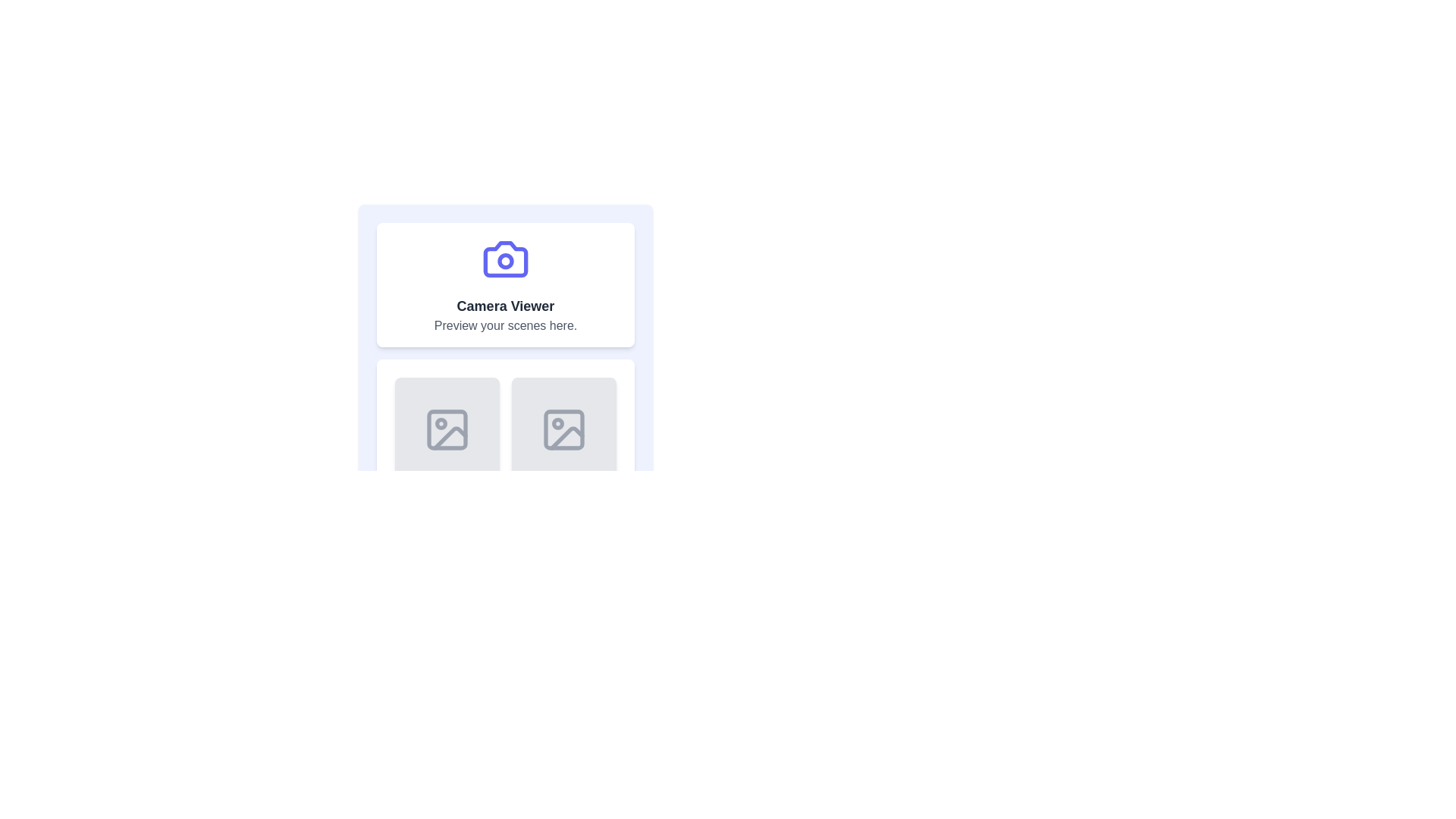  What do you see at coordinates (447, 430) in the screenshot?
I see `the clickable placeholder or image preview area with a soft gray background and a centered image icon located below the 'Camera Viewer' section` at bounding box center [447, 430].